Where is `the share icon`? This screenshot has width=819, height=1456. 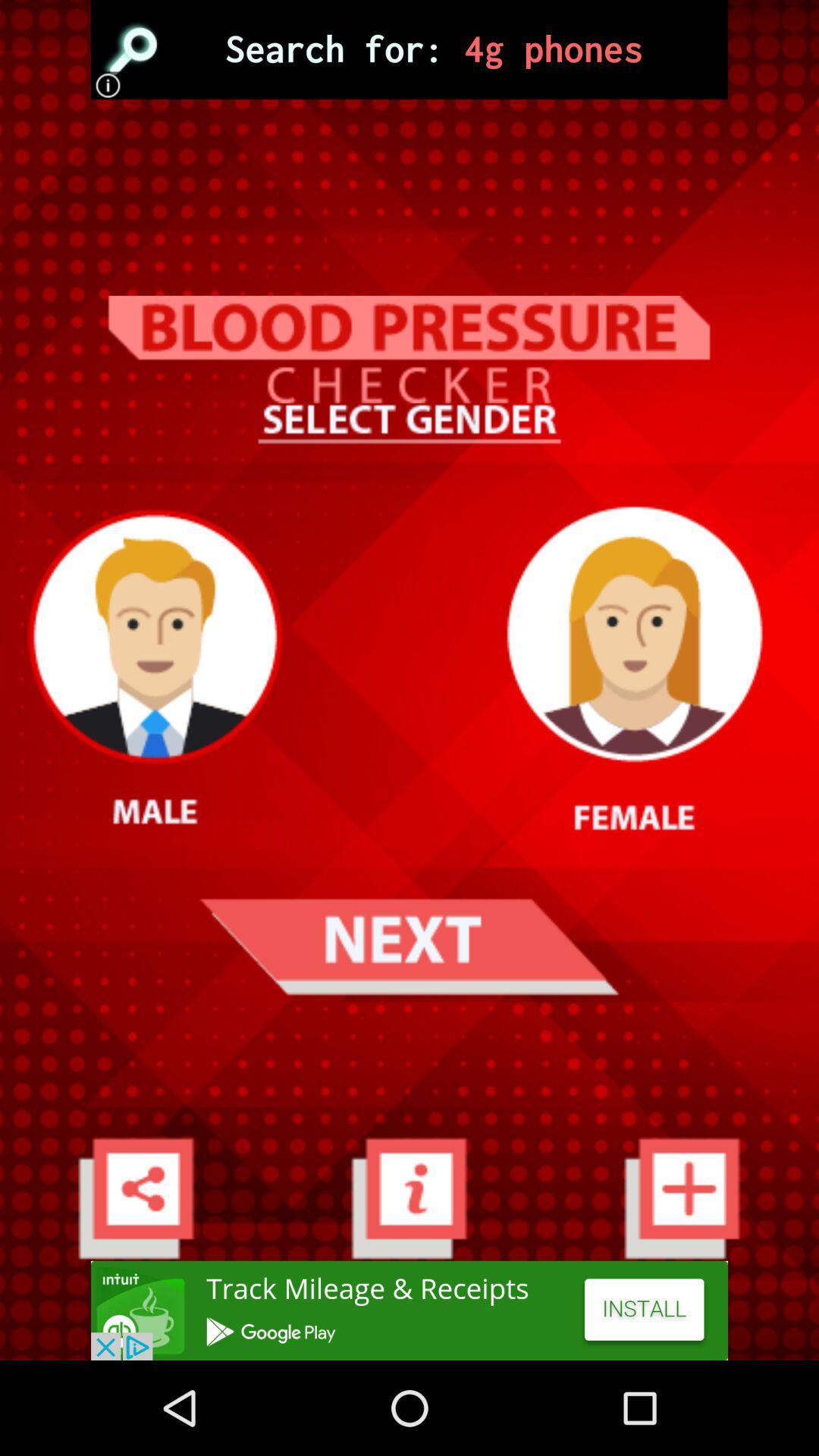
the share icon is located at coordinates (135, 1281).